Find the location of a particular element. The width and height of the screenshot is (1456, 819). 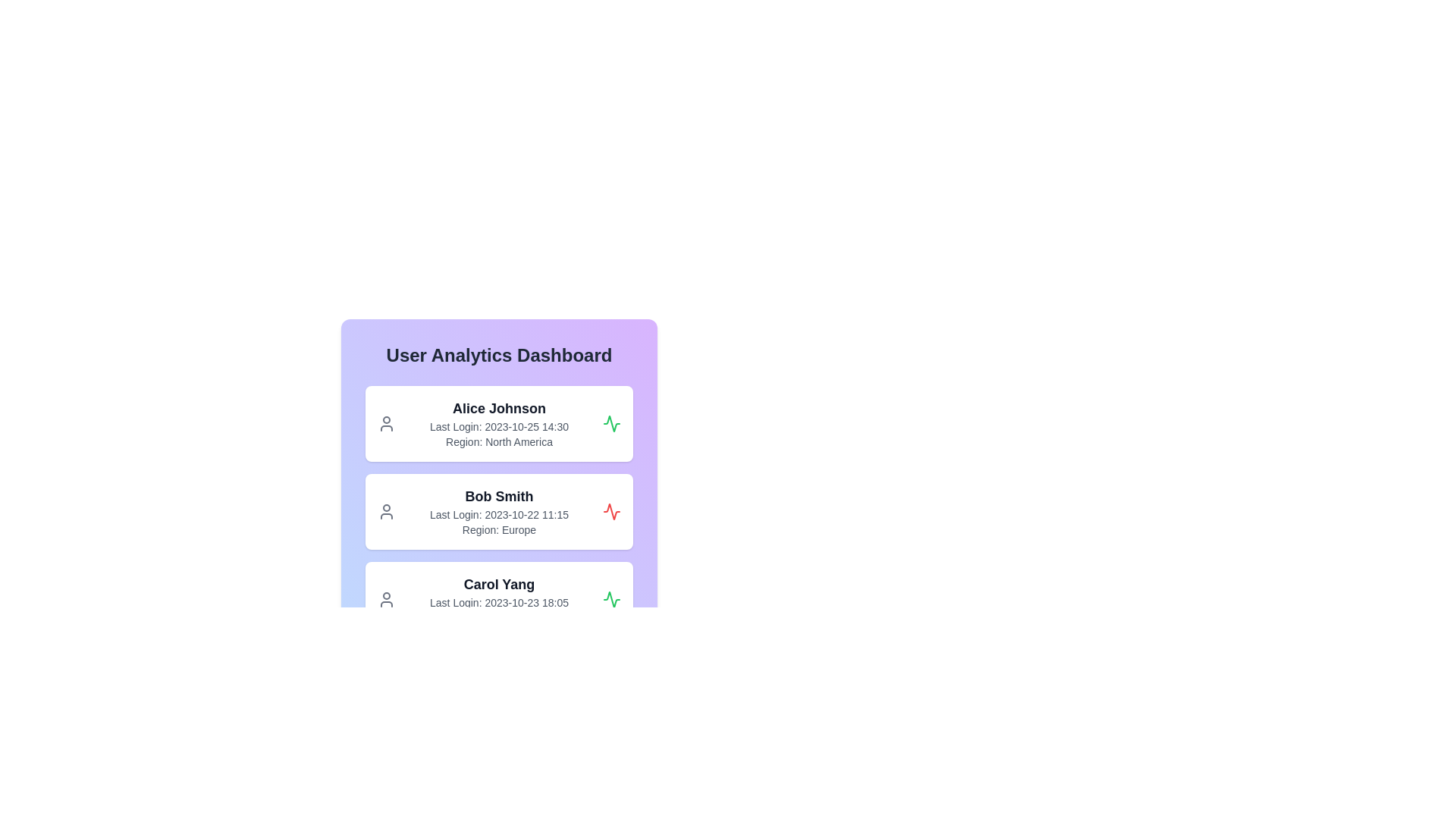

displayed information in the text-based informational display component of the user card, which is positioned below 'Alice Johnson's card and above 'Carol Yang's card' in the User Analytics Dashboard is located at coordinates (499, 512).